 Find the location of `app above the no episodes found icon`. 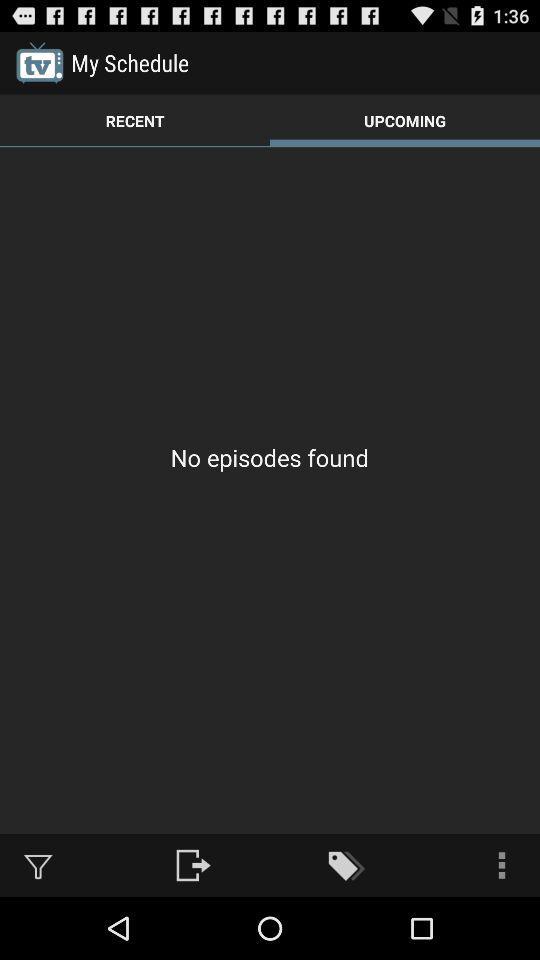

app above the no episodes found icon is located at coordinates (405, 120).